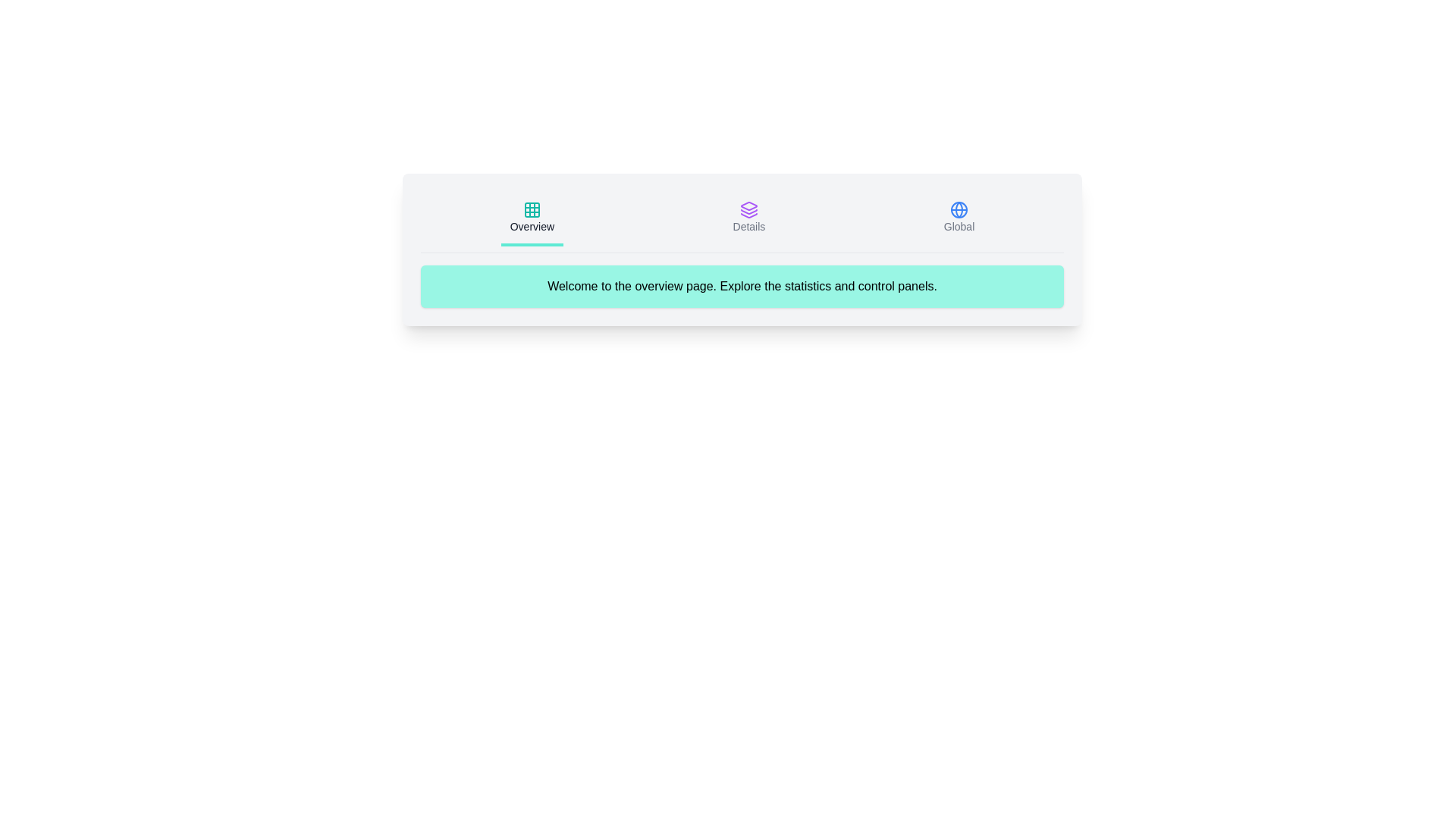 The image size is (1456, 819). Describe the element at coordinates (532, 219) in the screenshot. I see `the Overview tab to view its content` at that location.